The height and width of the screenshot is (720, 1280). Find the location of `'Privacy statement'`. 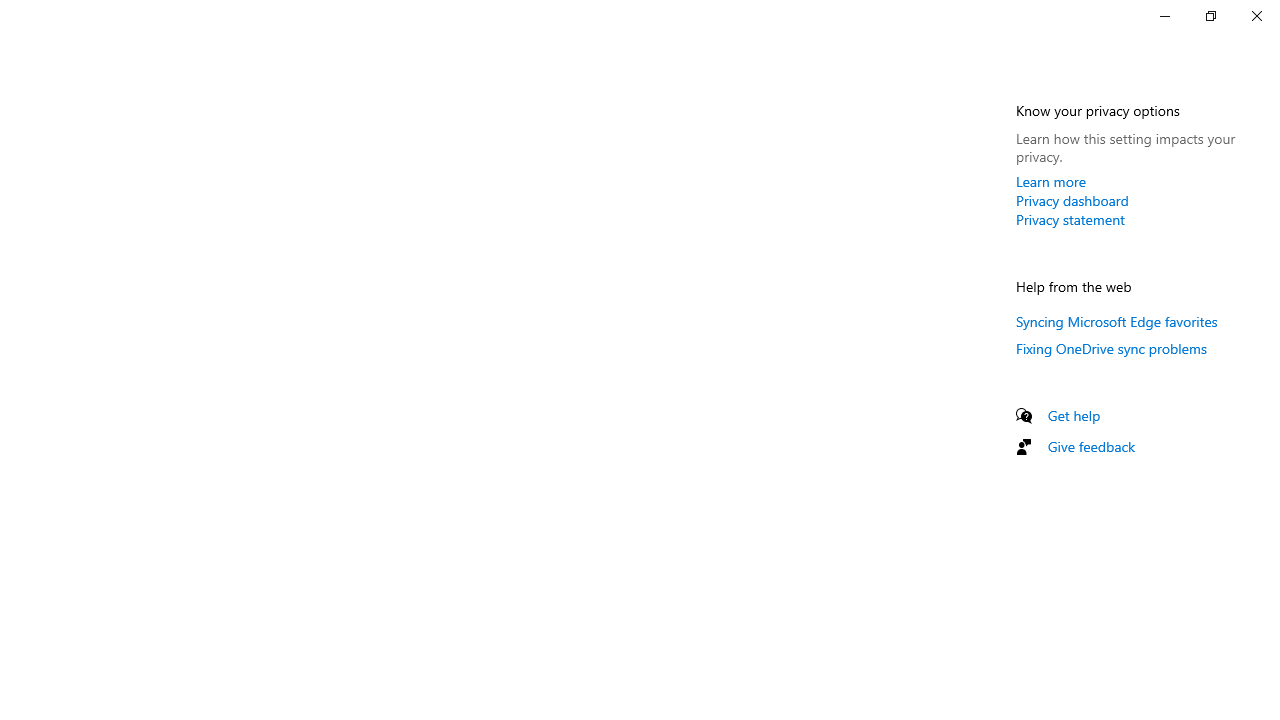

'Privacy statement' is located at coordinates (1069, 219).